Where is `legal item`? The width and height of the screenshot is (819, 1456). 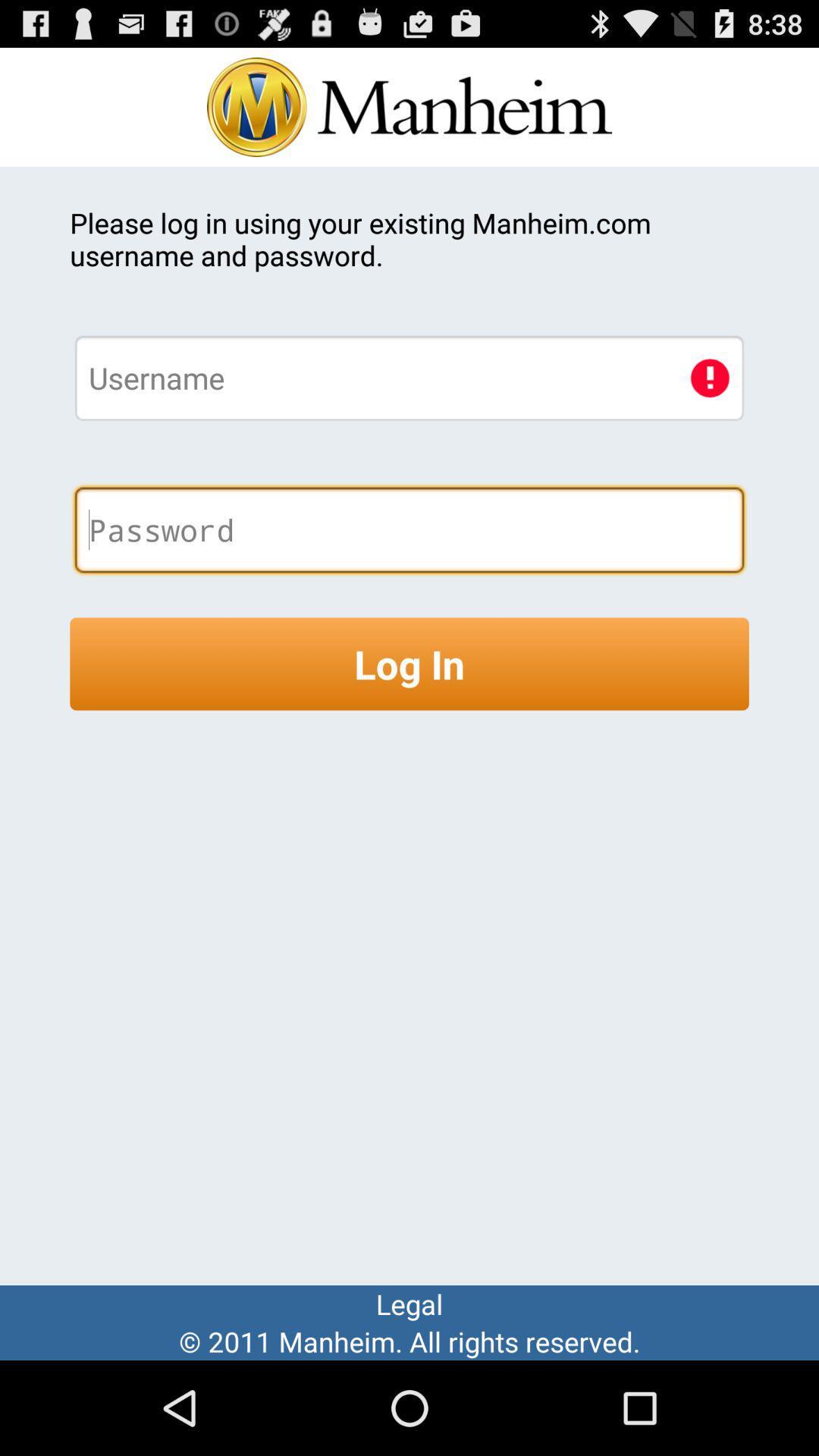 legal item is located at coordinates (409, 1303).